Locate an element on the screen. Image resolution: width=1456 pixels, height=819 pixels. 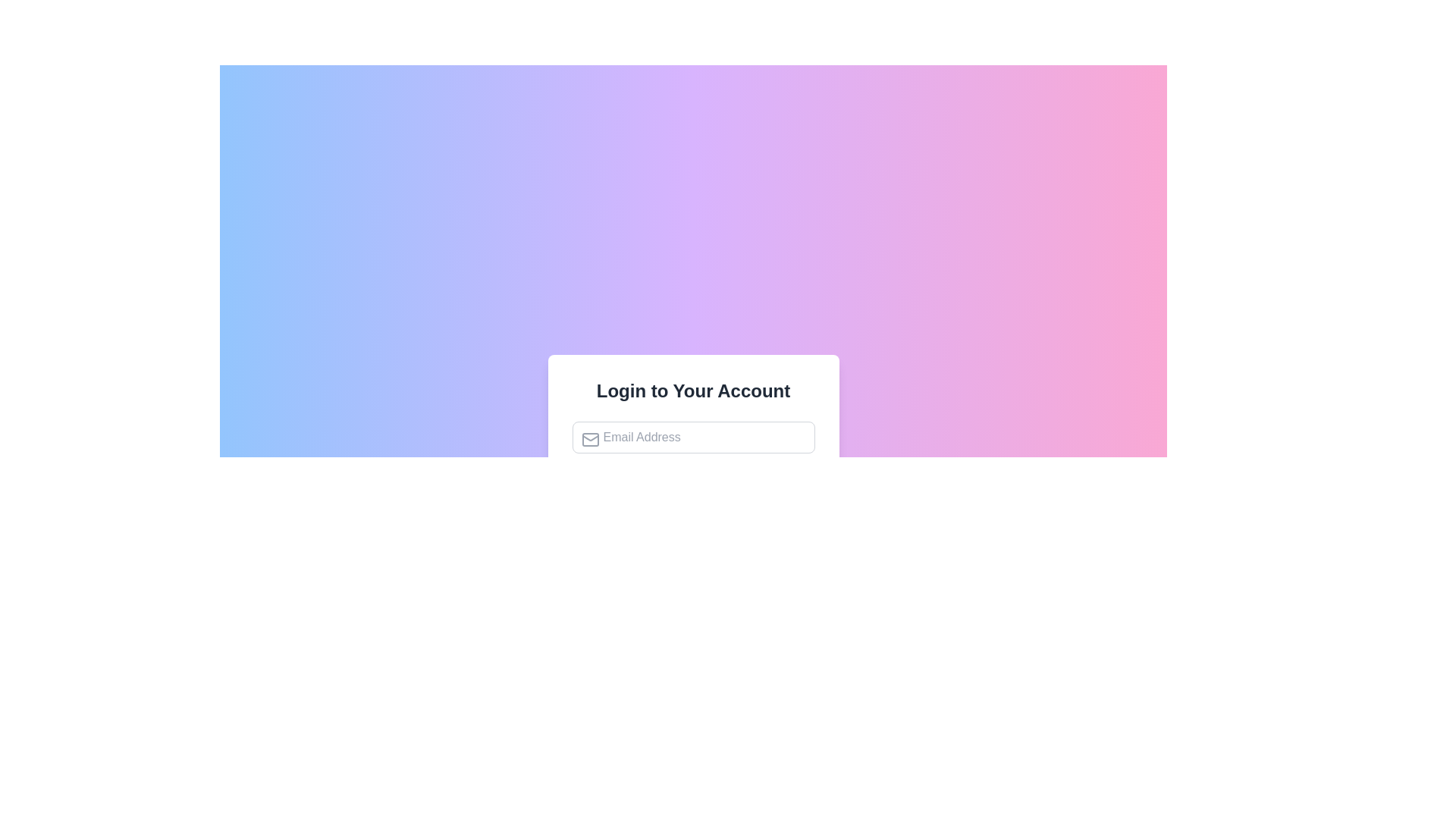
the main rectangular segment of the envelope icon, which is an SVG graphical shape with rounded corners is located at coordinates (589, 439).